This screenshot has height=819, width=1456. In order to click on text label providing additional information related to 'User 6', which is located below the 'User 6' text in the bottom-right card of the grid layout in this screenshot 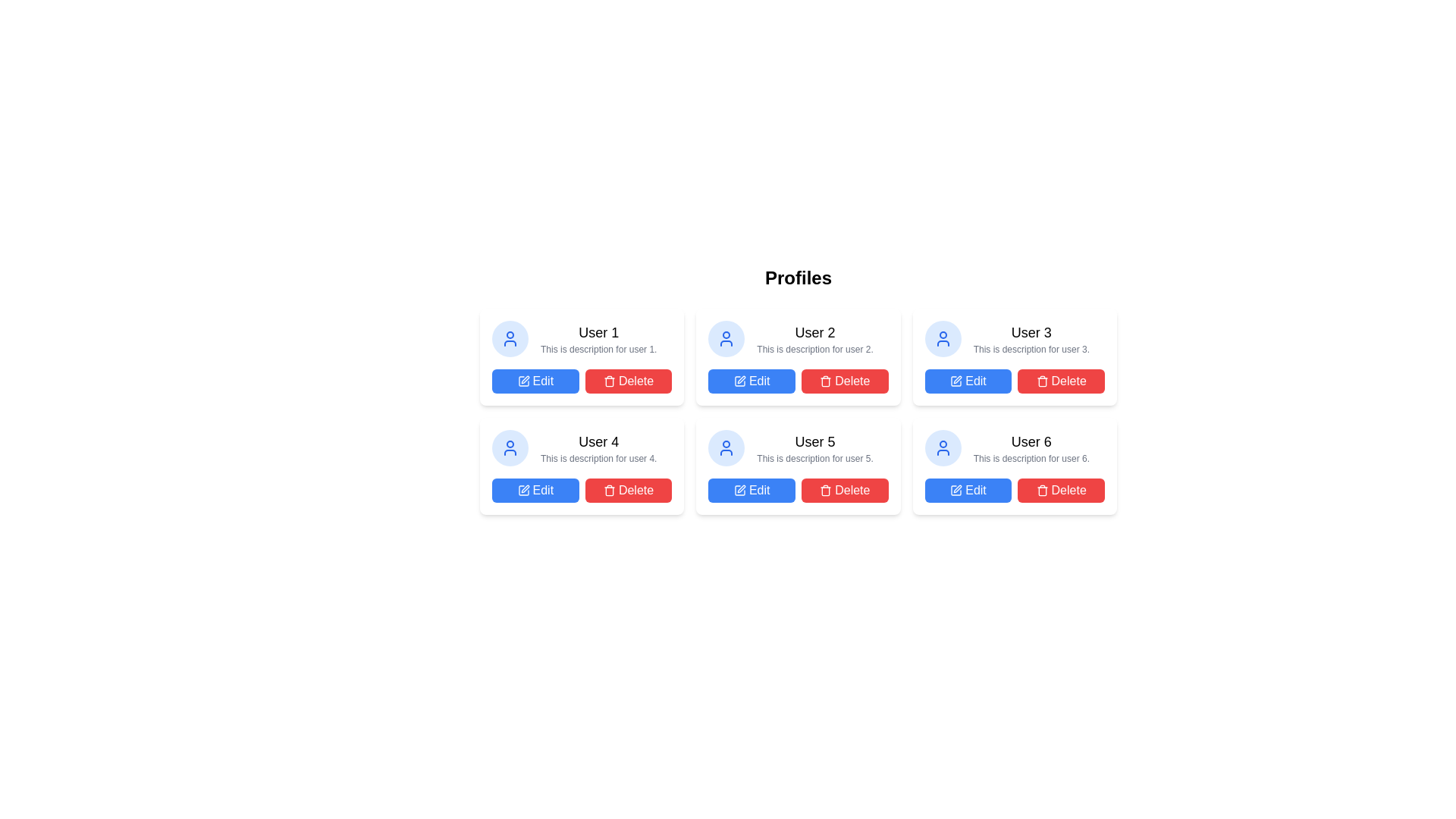, I will do `click(1031, 458)`.